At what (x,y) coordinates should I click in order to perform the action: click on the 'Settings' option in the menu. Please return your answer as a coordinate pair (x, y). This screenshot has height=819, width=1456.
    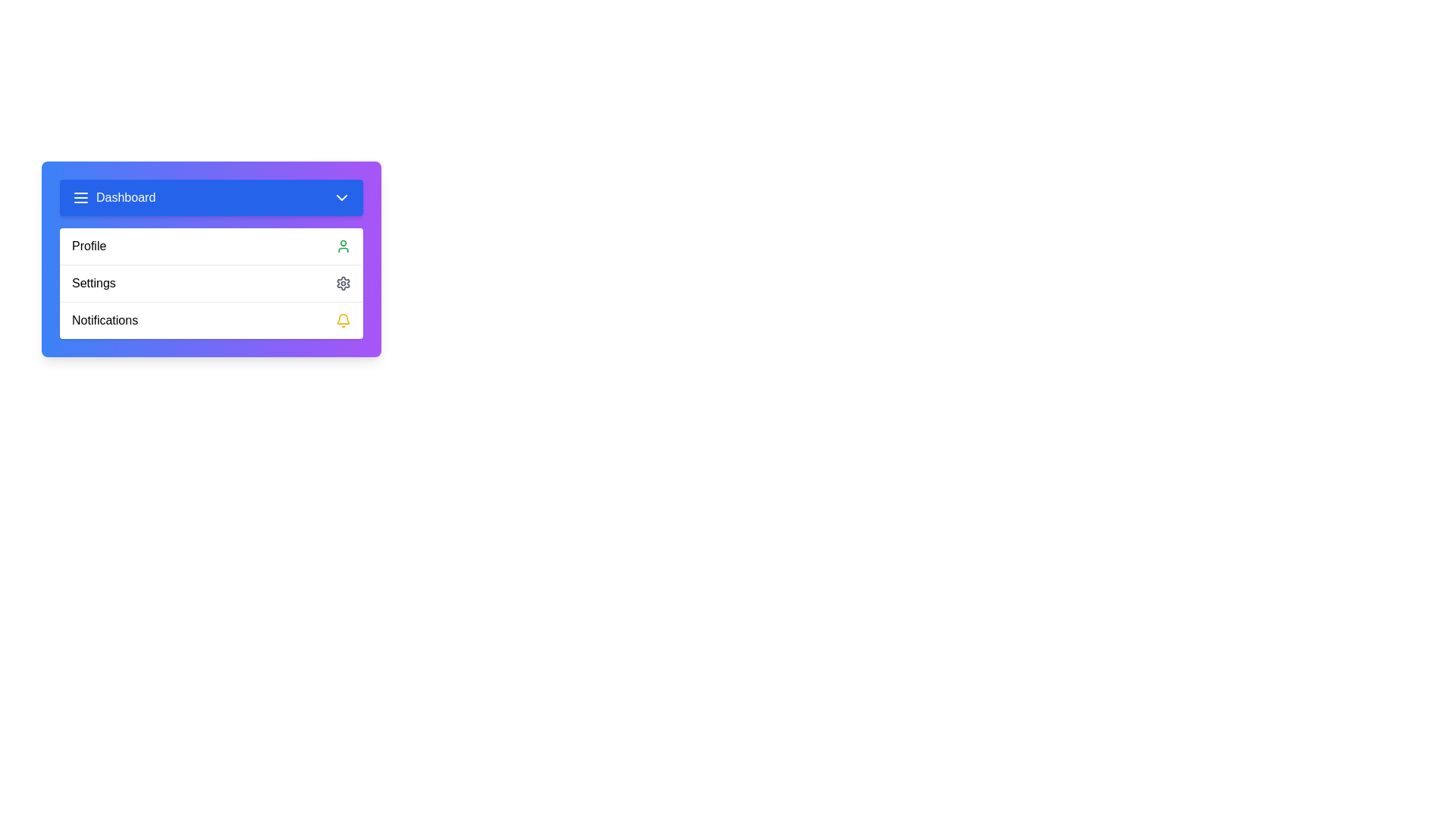
    Looking at the image, I should click on (210, 283).